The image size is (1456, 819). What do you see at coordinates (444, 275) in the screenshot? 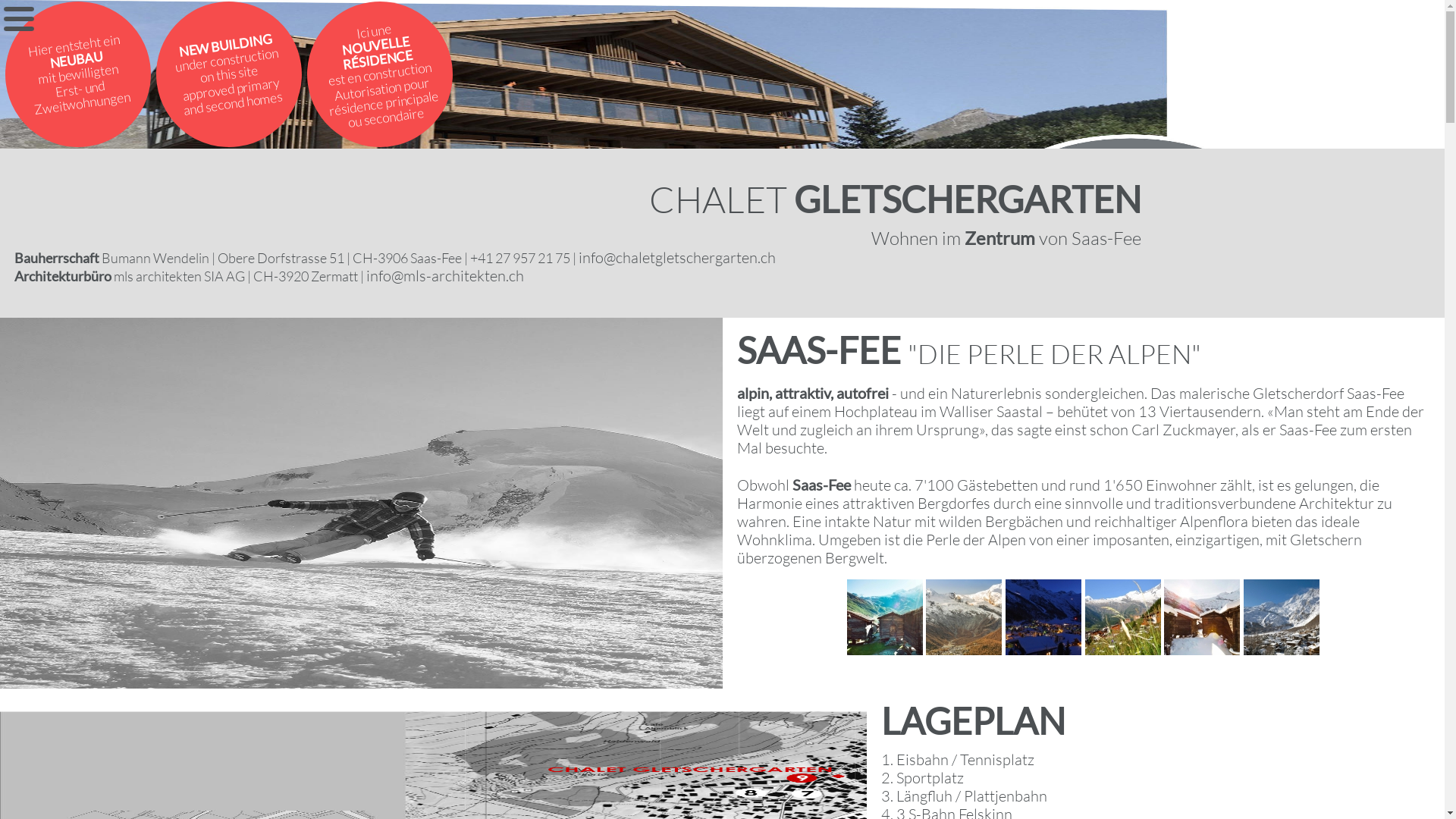
I see `'info@mls-architekten.ch'` at bounding box center [444, 275].